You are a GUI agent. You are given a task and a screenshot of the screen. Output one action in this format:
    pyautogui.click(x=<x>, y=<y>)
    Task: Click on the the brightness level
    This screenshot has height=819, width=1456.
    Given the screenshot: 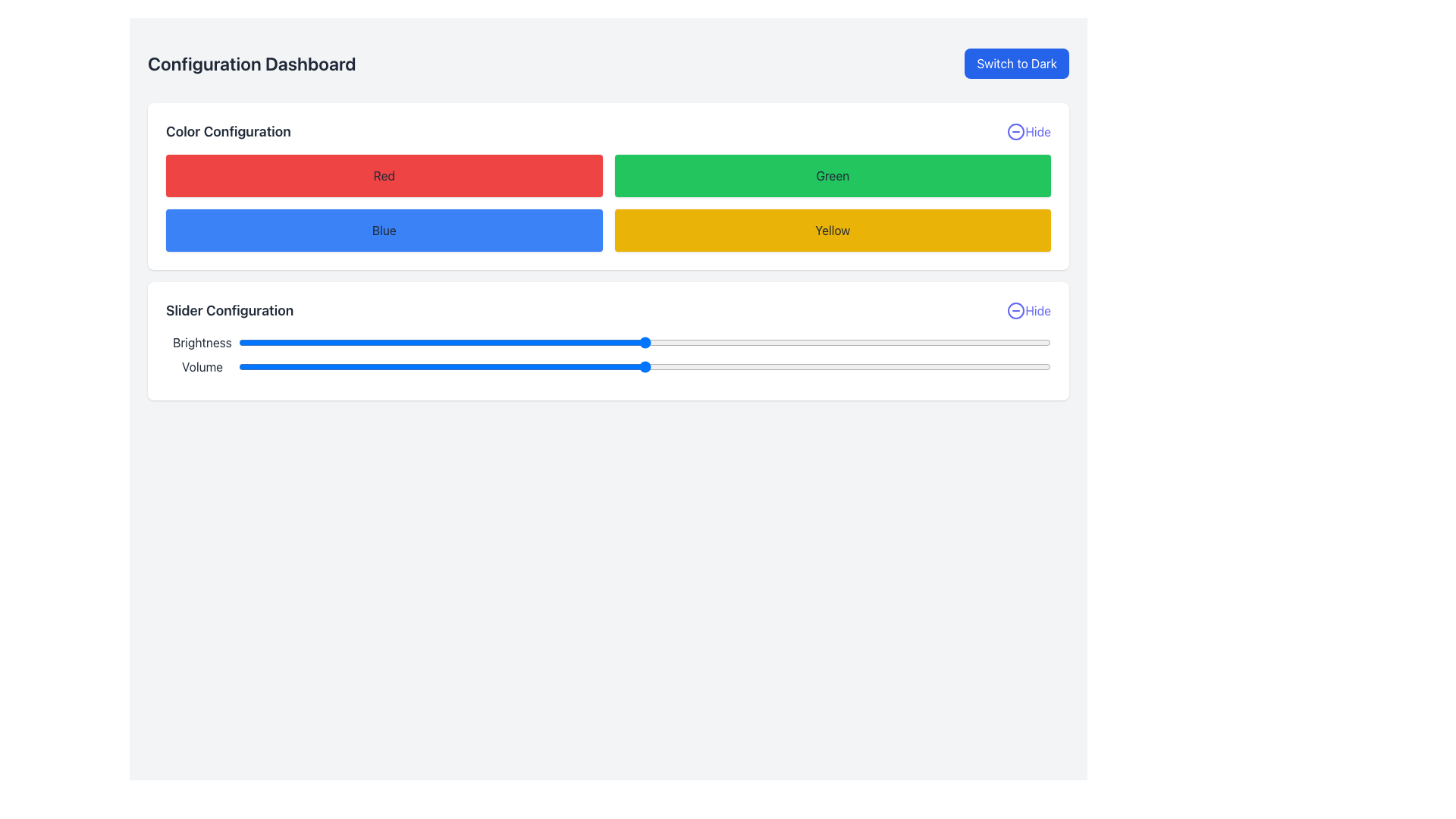 What is the action you would take?
    pyautogui.click(x=441, y=342)
    